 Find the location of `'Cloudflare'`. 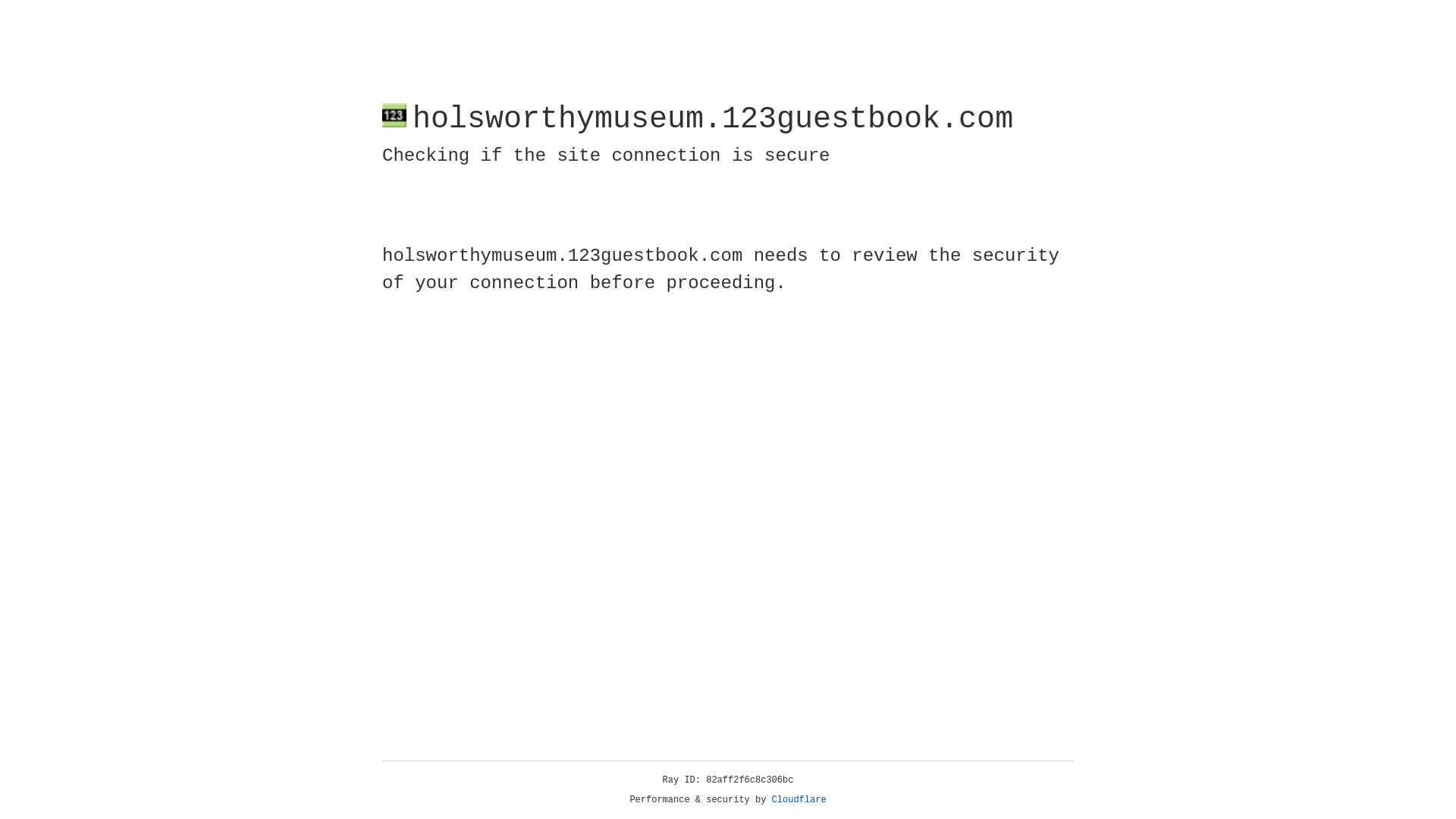

'Cloudflare' is located at coordinates (799, 799).